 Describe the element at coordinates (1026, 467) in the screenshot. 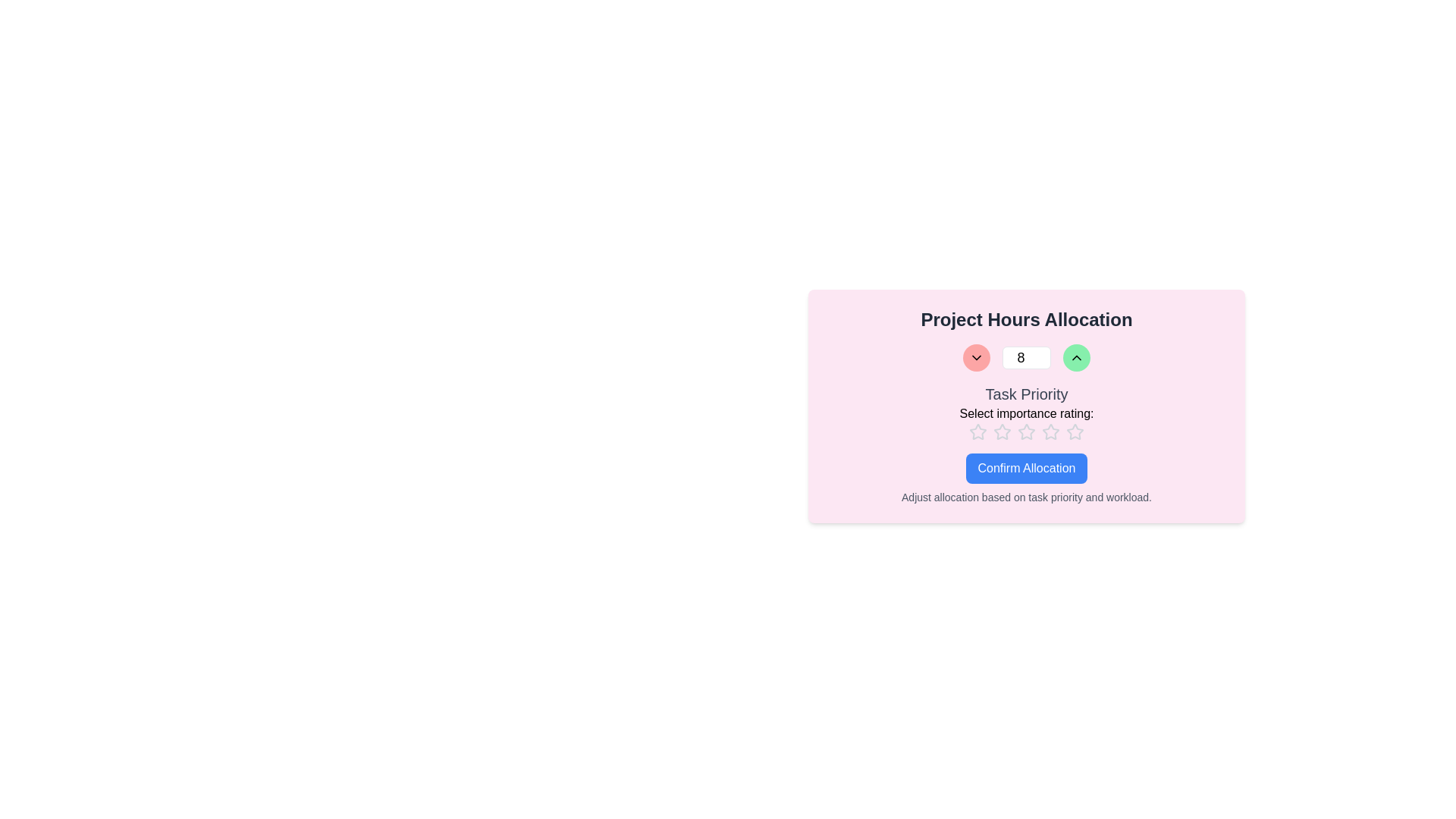

I see `the finalize allocation button located at the center of the panel under the 'Task Priority' rating options to confirm allocation` at that location.